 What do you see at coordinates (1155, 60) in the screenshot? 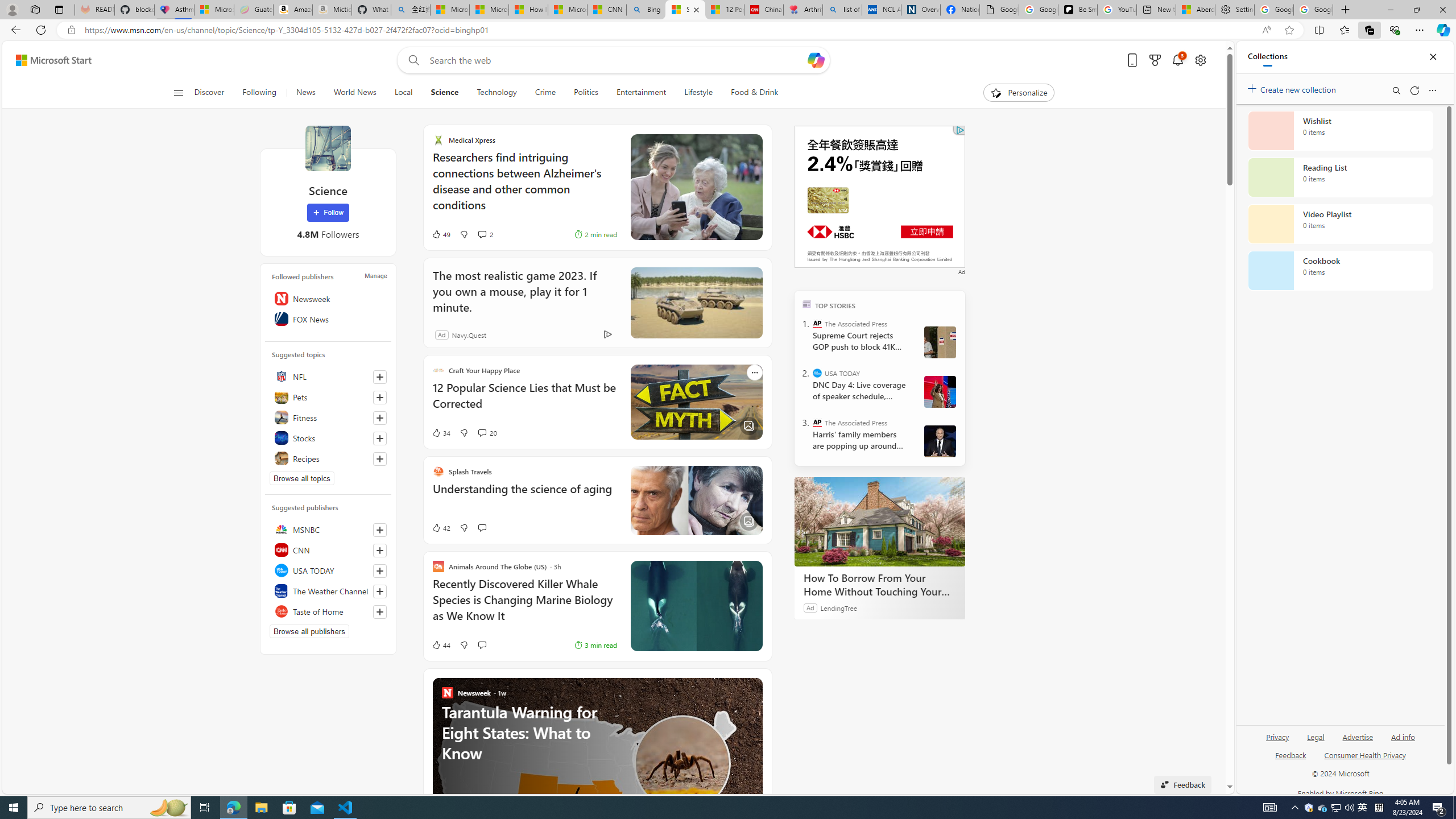
I see `'Microsoft rewards'` at bounding box center [1155, 60].